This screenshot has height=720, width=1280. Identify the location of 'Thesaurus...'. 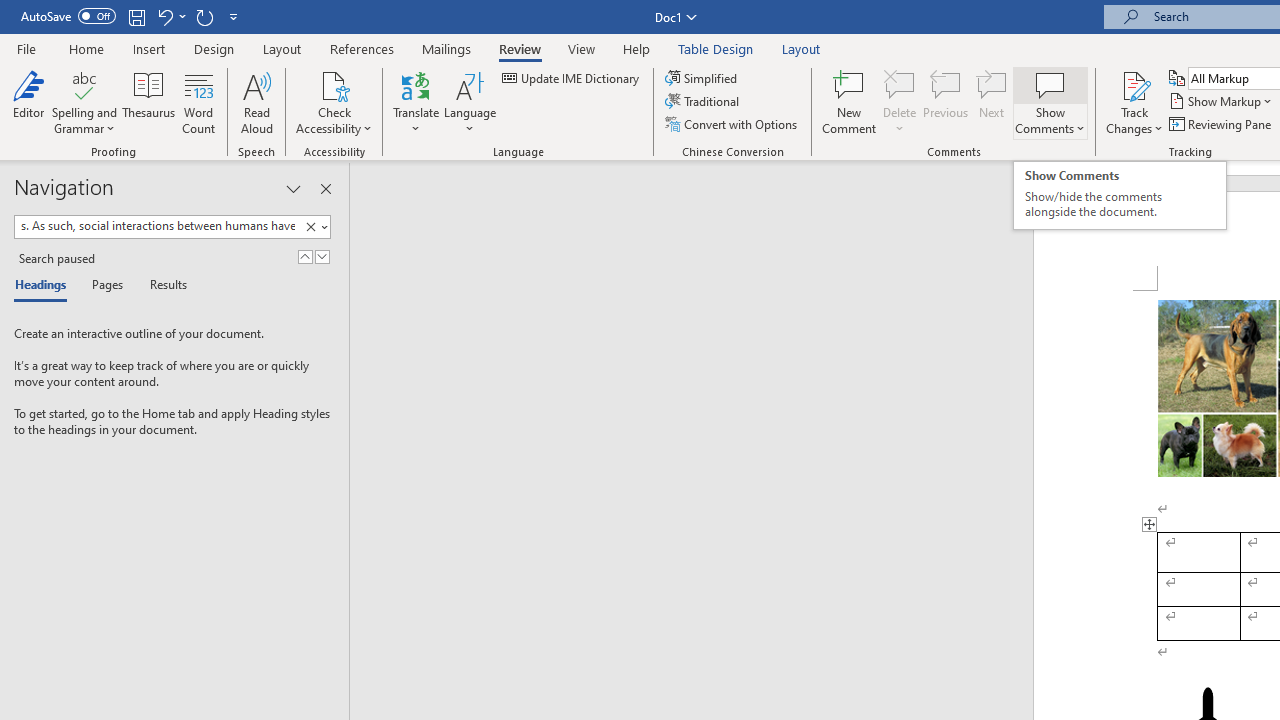
(148, 103).